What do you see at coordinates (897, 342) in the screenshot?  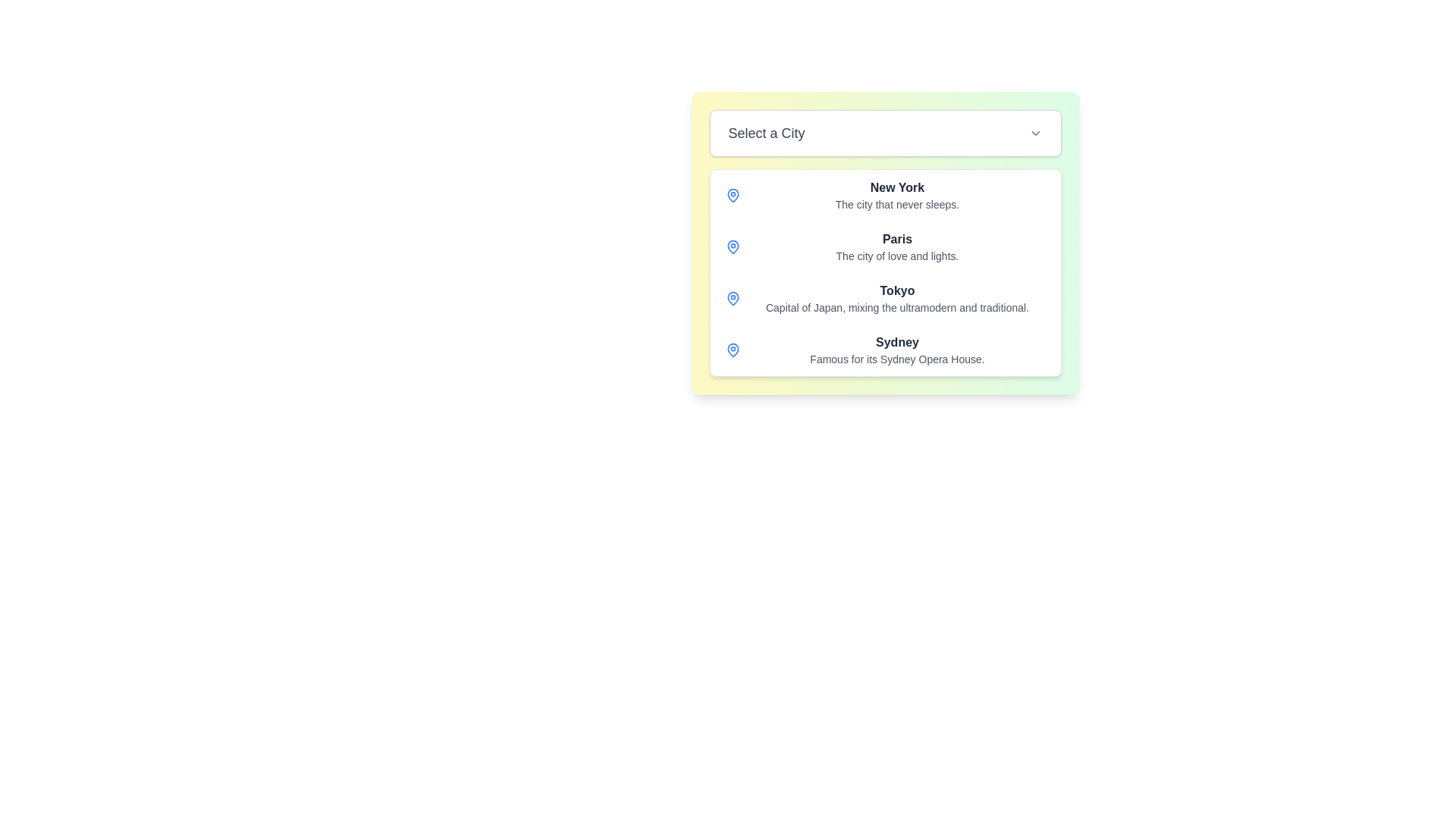 I see `the bold title of the city option located fourth in the list, which is above the description 'Famous for its Sydney Opera House.' and to the right of the city icon` at bounding box center [897, 342].